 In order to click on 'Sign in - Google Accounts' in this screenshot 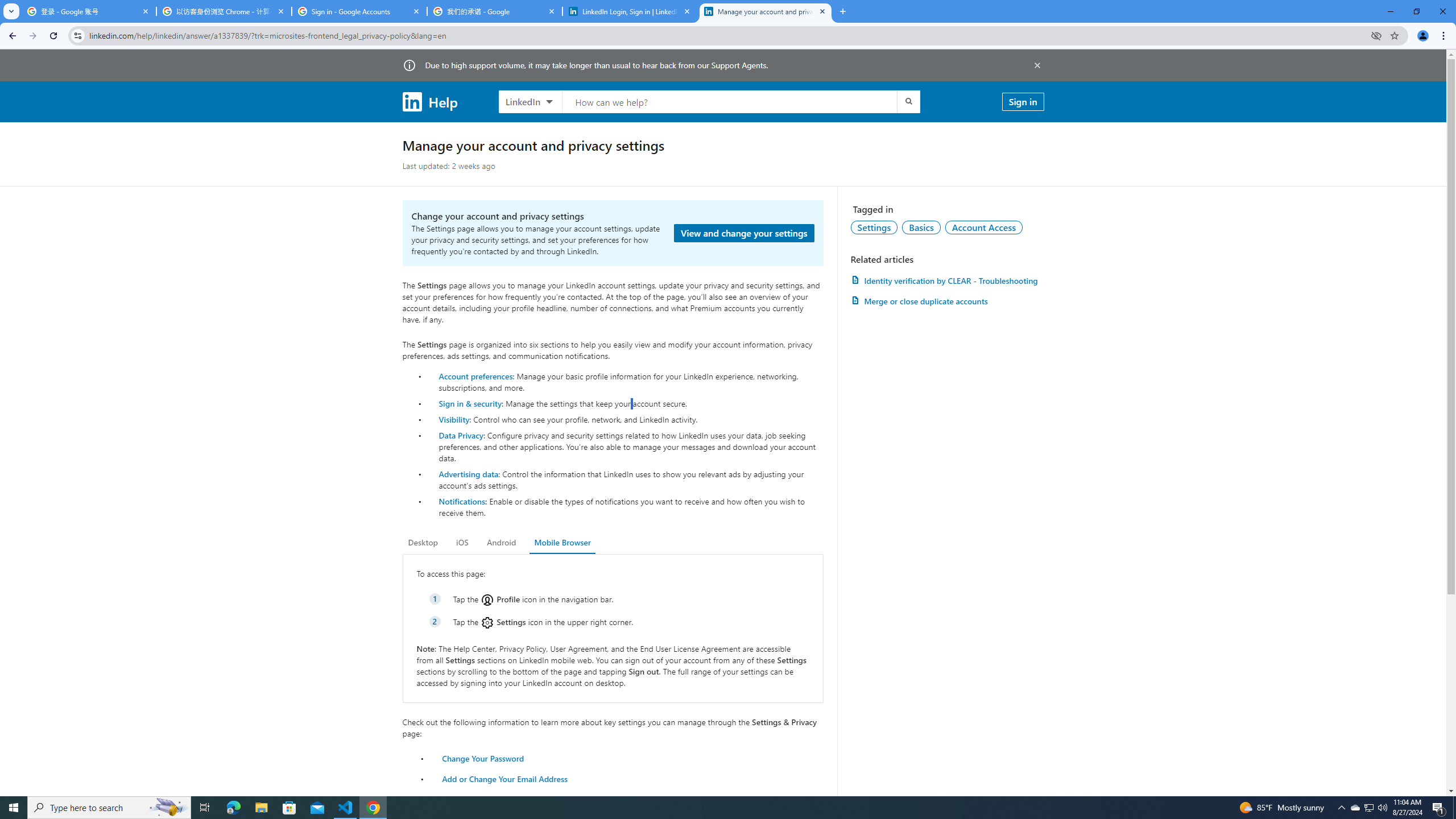, I will do `click(359, 11)`.